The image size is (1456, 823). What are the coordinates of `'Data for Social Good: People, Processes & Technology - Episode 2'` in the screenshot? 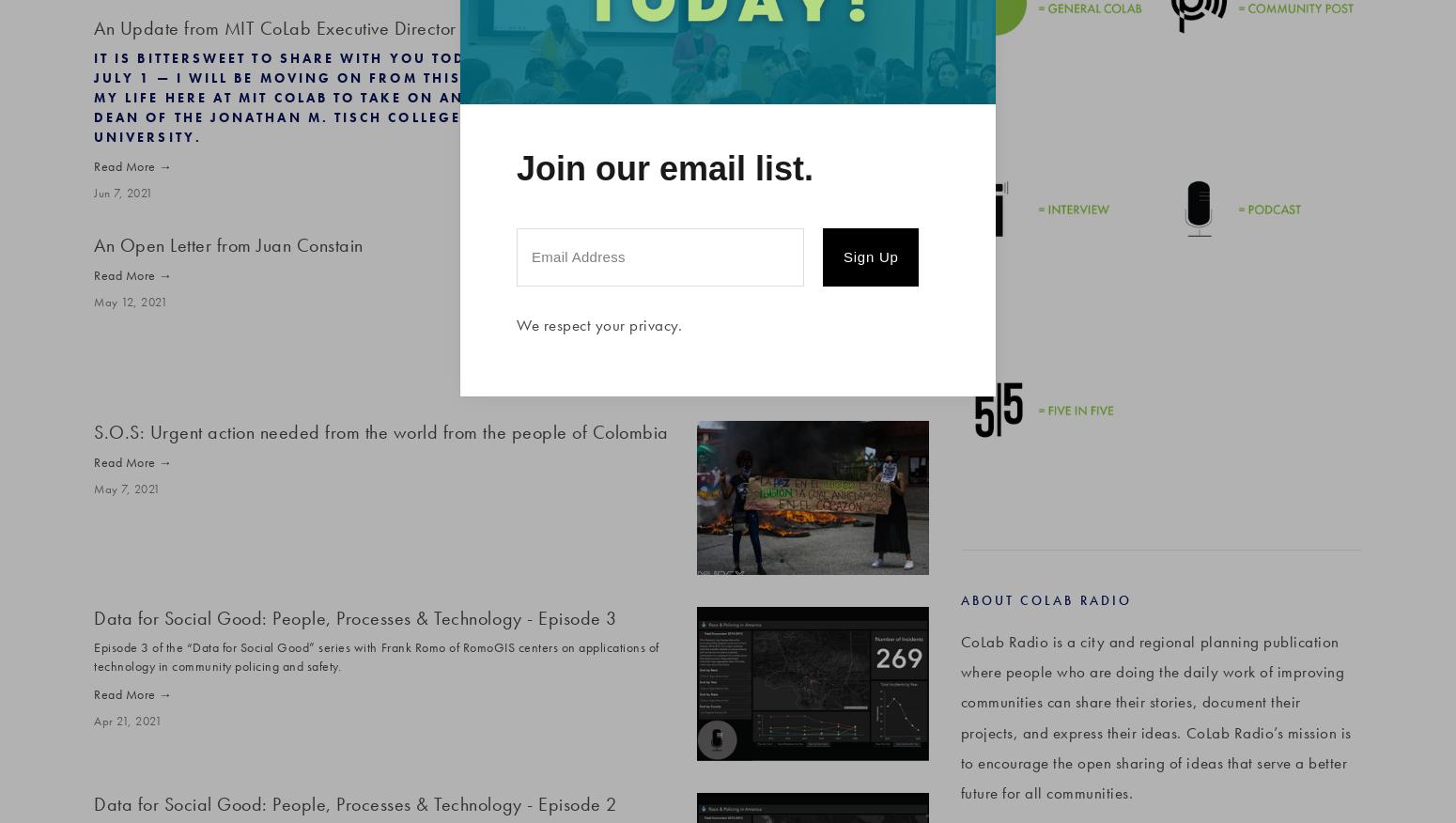 It's located at (354, 804).